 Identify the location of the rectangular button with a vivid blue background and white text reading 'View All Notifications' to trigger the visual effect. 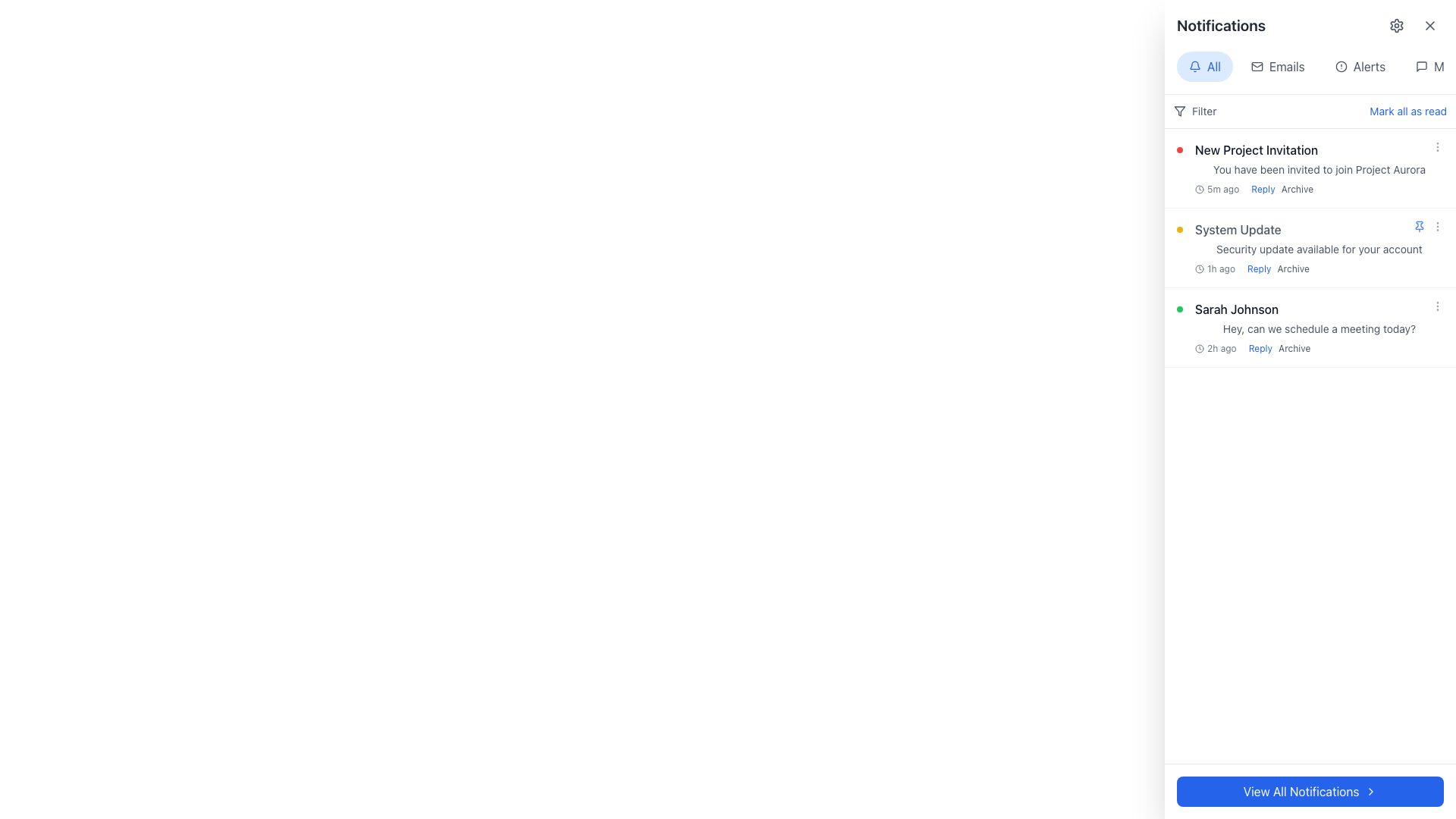
(1310, 791).